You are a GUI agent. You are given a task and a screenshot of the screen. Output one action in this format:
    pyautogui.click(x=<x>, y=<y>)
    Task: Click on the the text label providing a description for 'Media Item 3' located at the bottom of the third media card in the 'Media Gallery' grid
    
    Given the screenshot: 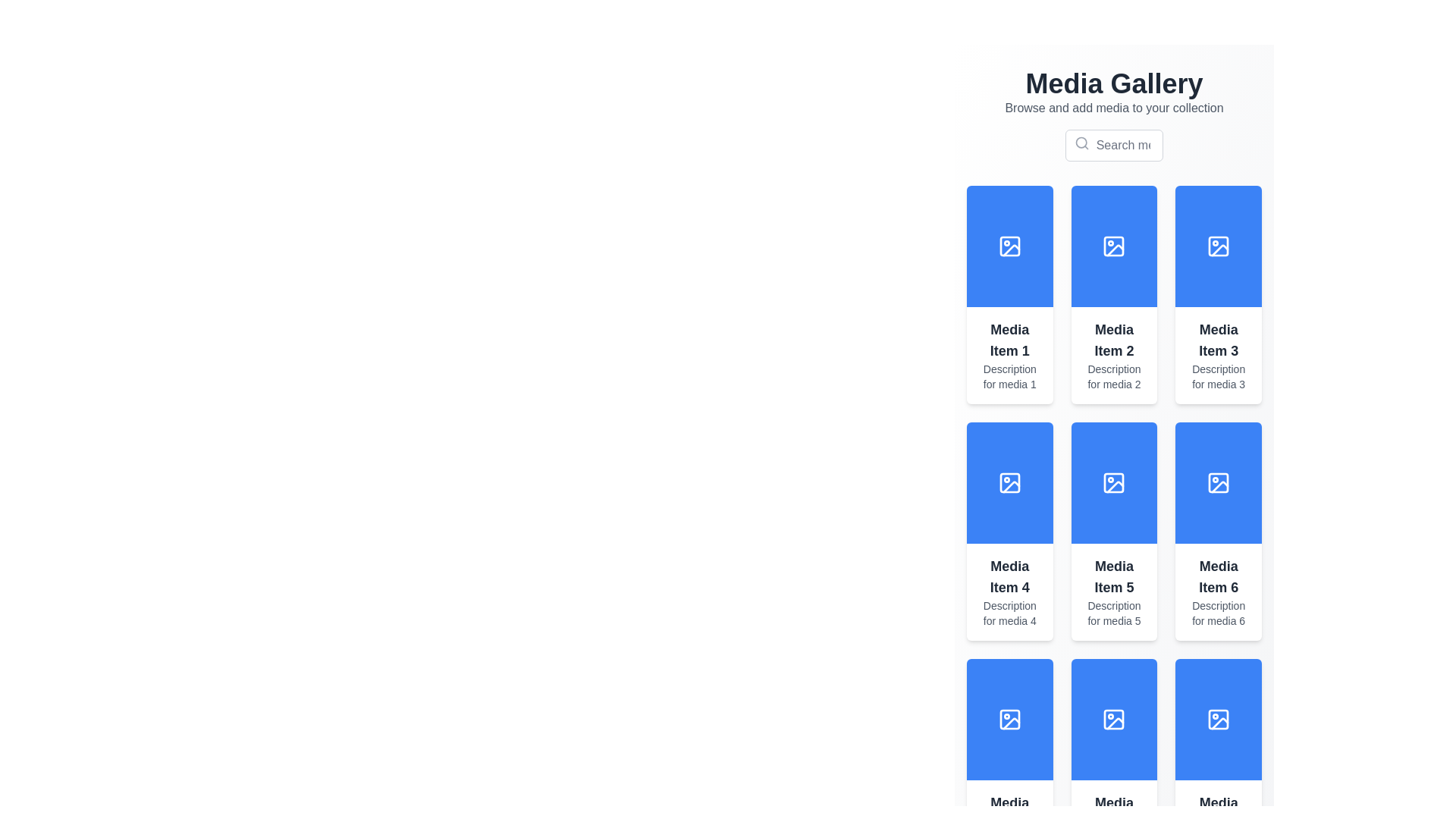 What is the action you would take?
    pyautogui.click(x=1219, y=376)
    